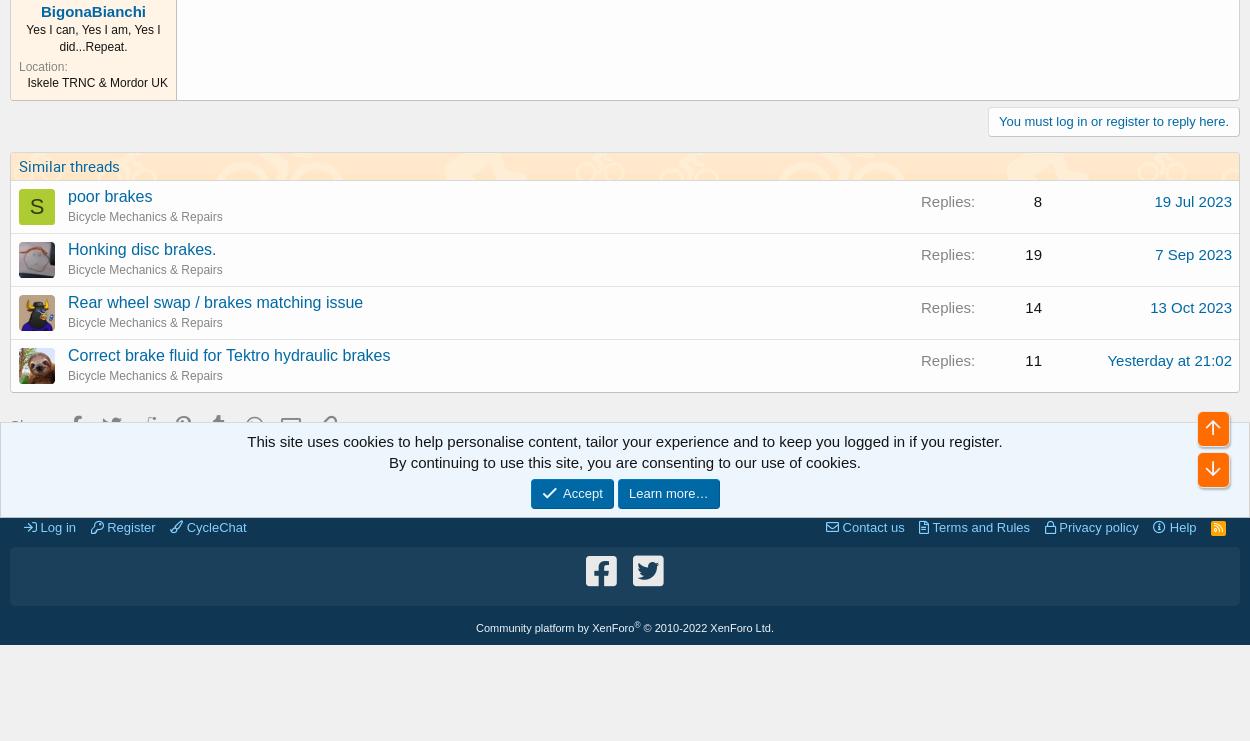  I want to click on 'Location', so click(41, 65).